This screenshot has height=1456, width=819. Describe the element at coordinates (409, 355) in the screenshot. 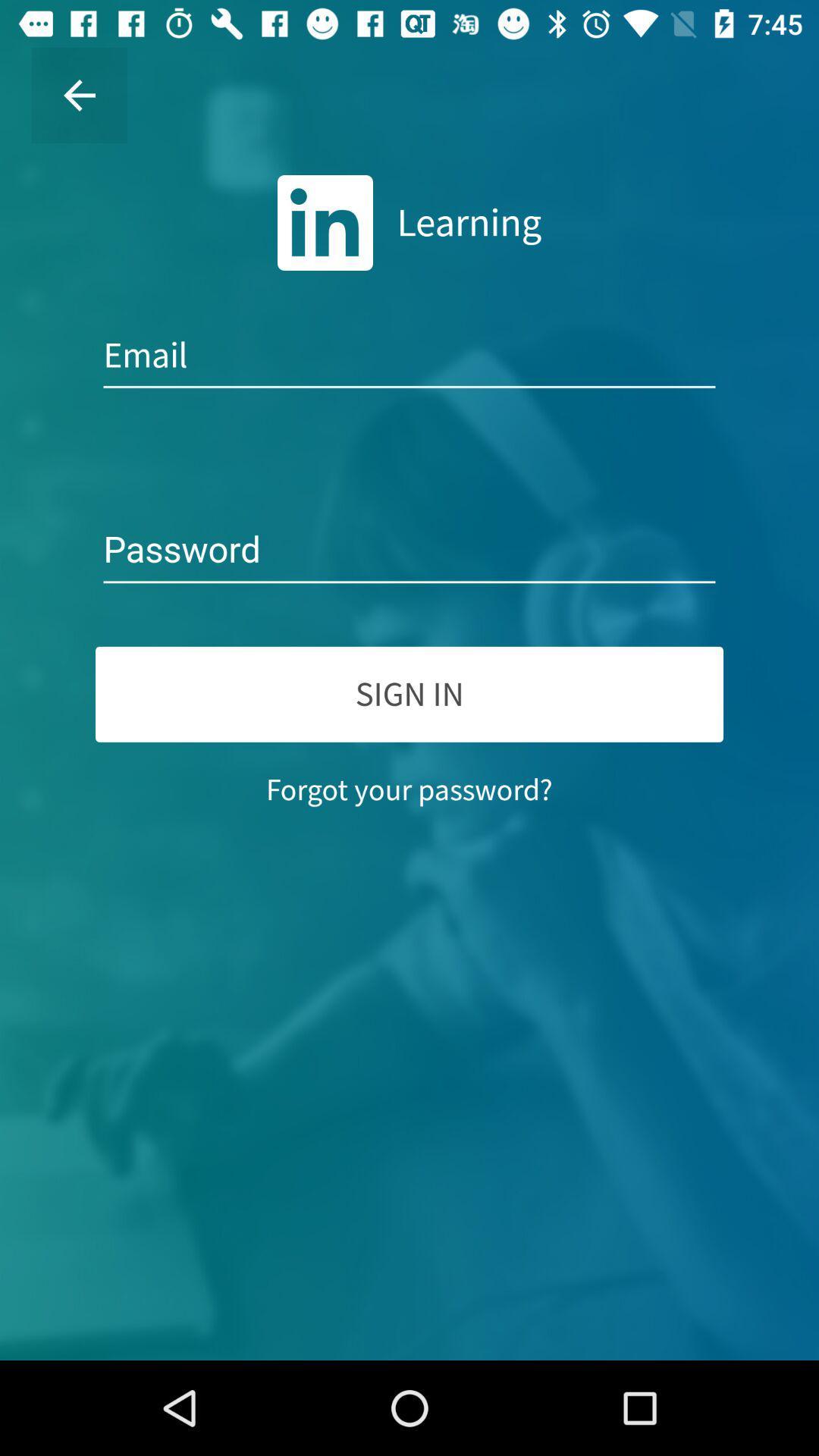

I see `the icon below learning` at that location.